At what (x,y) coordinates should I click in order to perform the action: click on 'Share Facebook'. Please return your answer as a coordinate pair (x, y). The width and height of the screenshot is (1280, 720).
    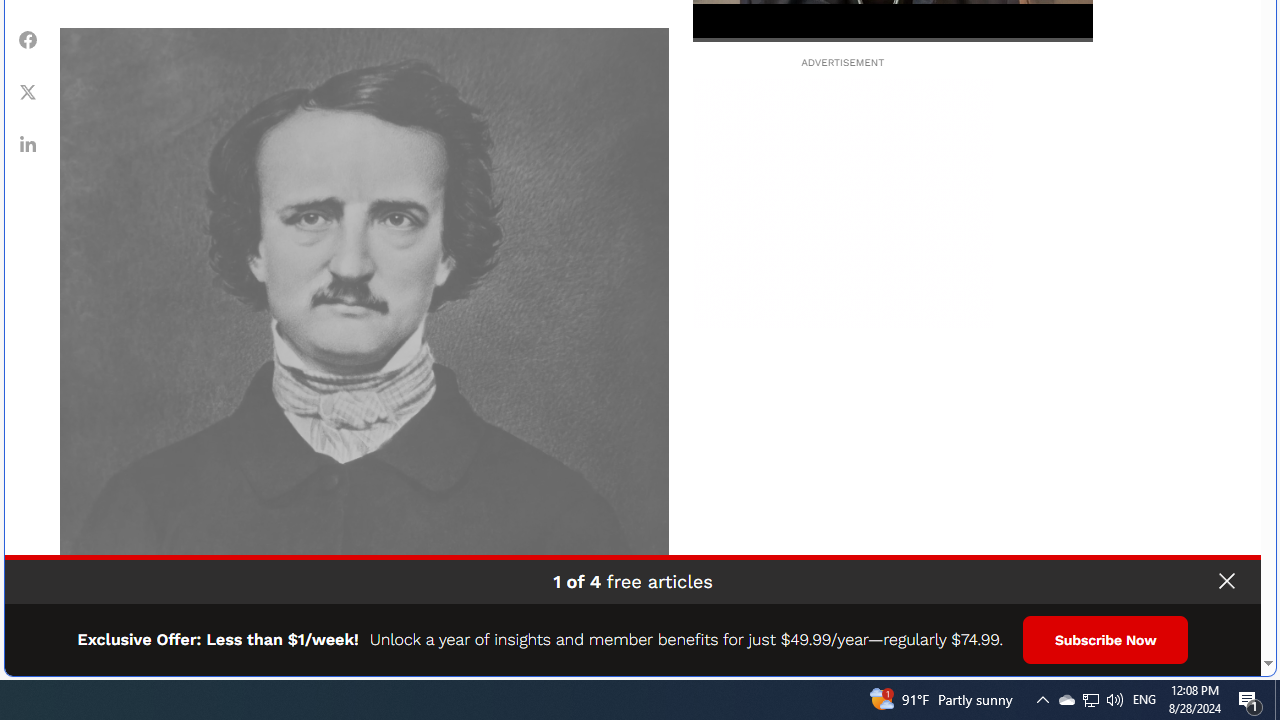
    Looking at the image, I should click on (28, 39).